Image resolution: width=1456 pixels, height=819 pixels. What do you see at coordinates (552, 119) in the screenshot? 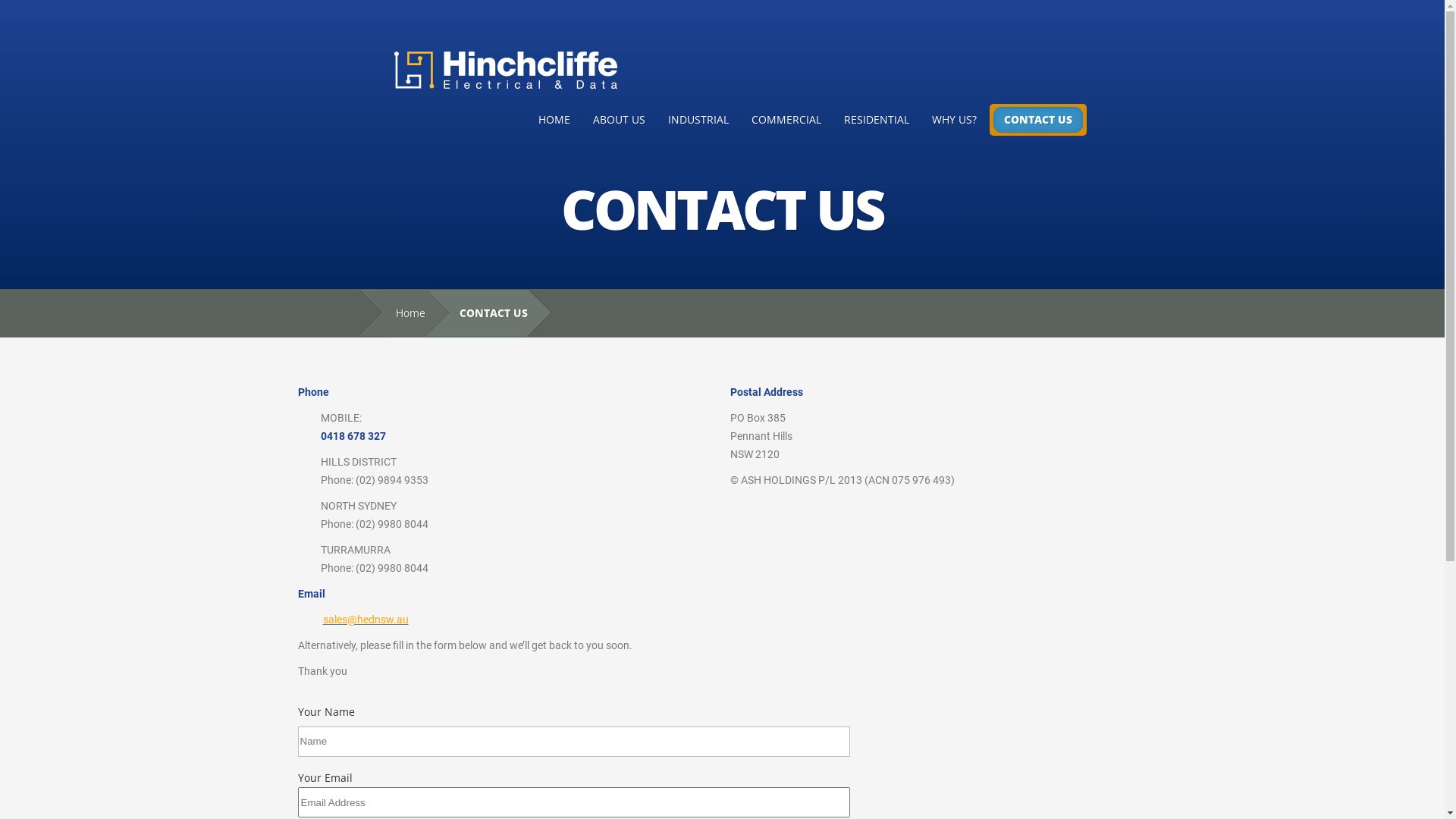
I see `'HOME'` at bounding box center [552, 119].